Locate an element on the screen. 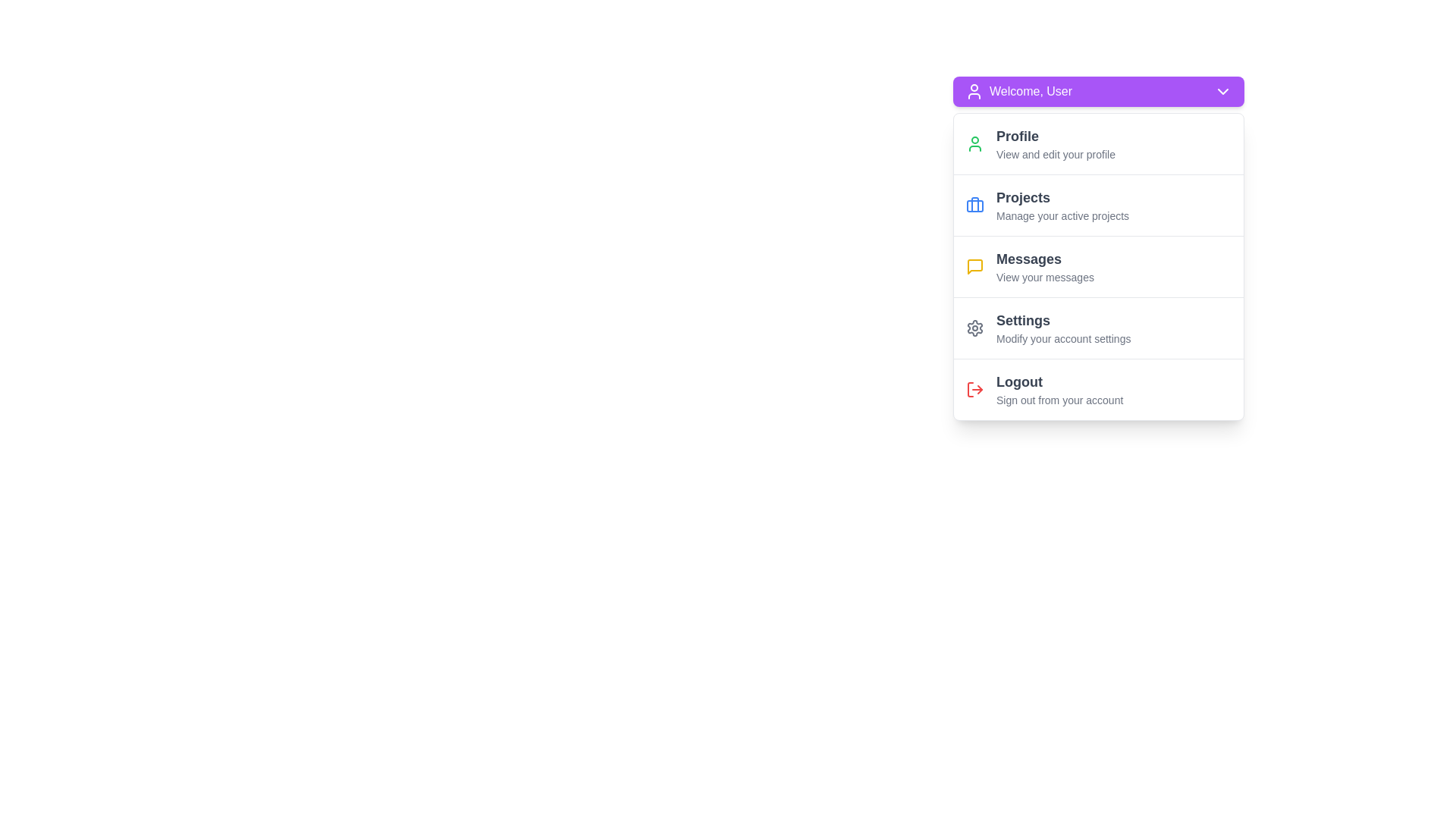  the fourth list item in the dropdown menu that modifies account settings, located between 'Messages' and 'Logout' is located at coordinates (1062, 327).